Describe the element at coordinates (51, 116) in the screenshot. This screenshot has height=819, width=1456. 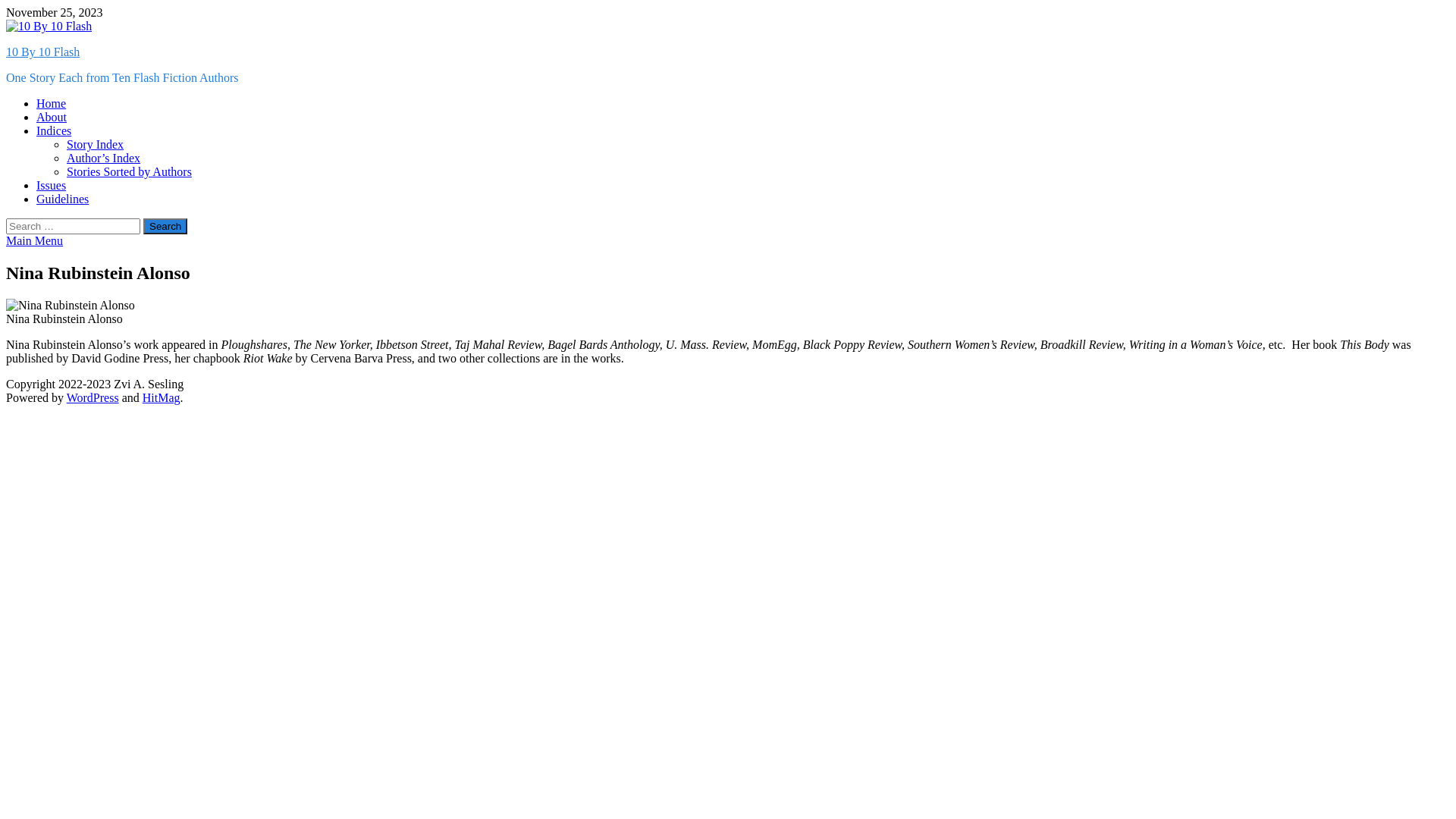
I see `'About'` at that location.